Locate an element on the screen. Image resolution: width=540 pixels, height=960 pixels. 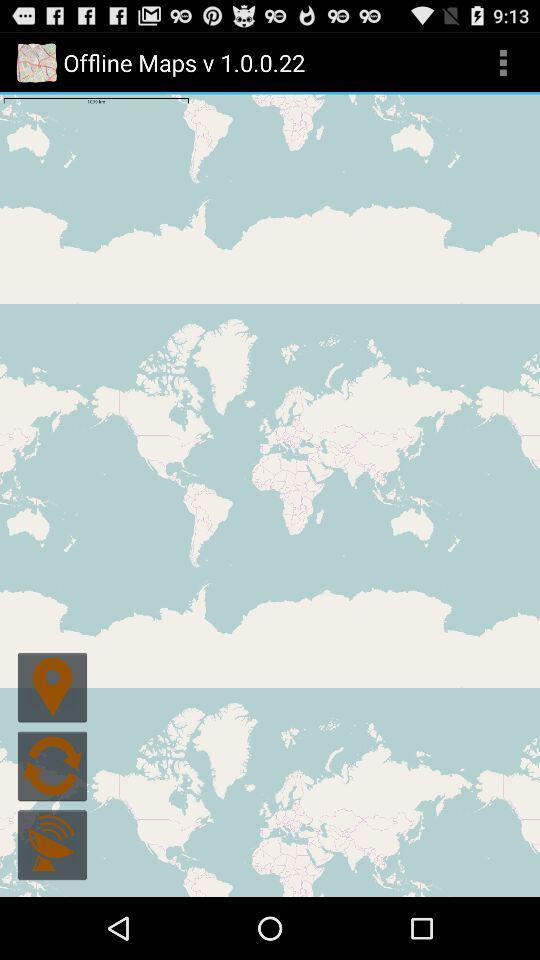
app to the right of the offline maps v item is located at coordinates (502, 62).